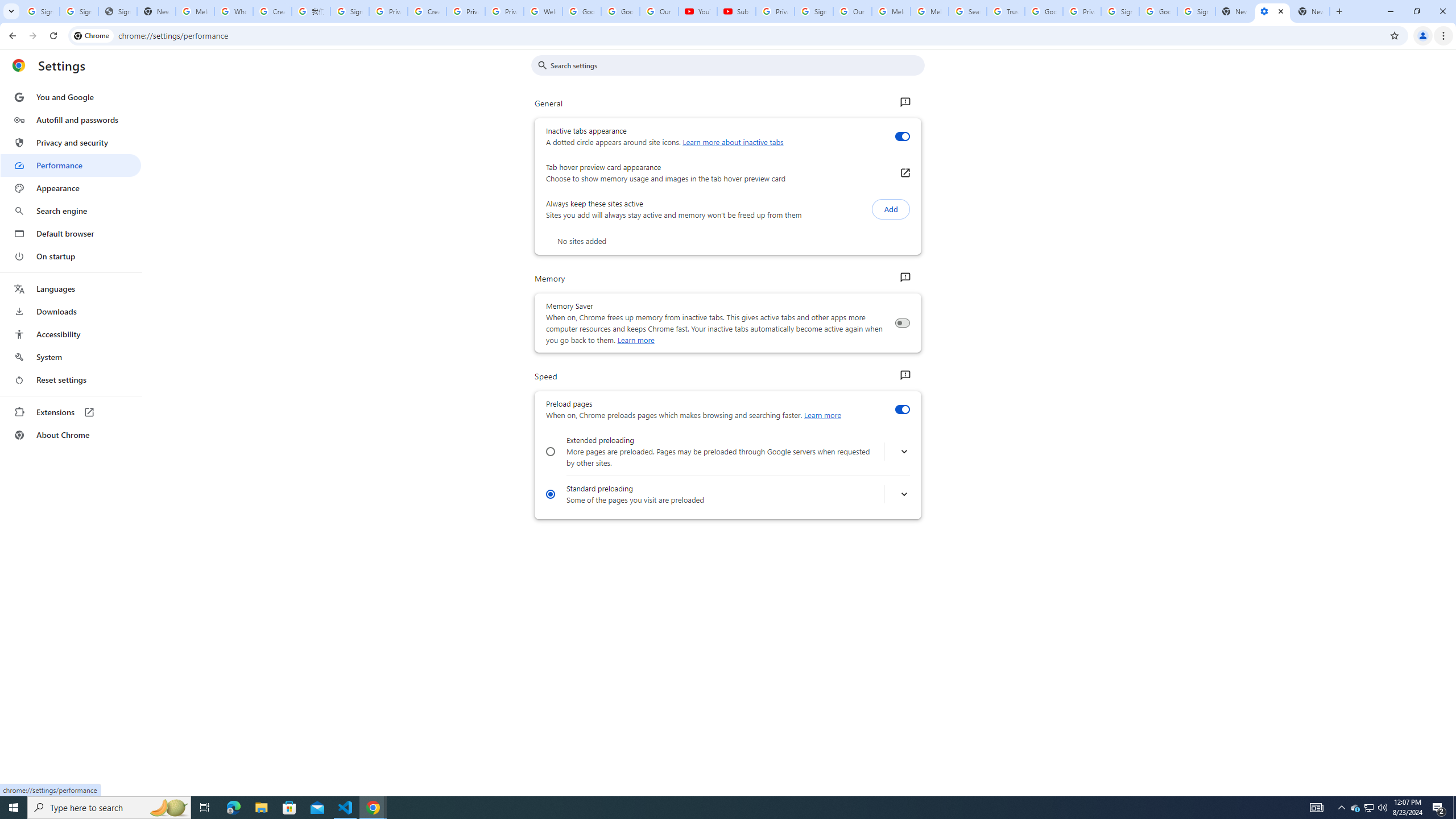 This screenshot has width=1456, height=819. I want to click on 'About Chrome', so click(70, 434).